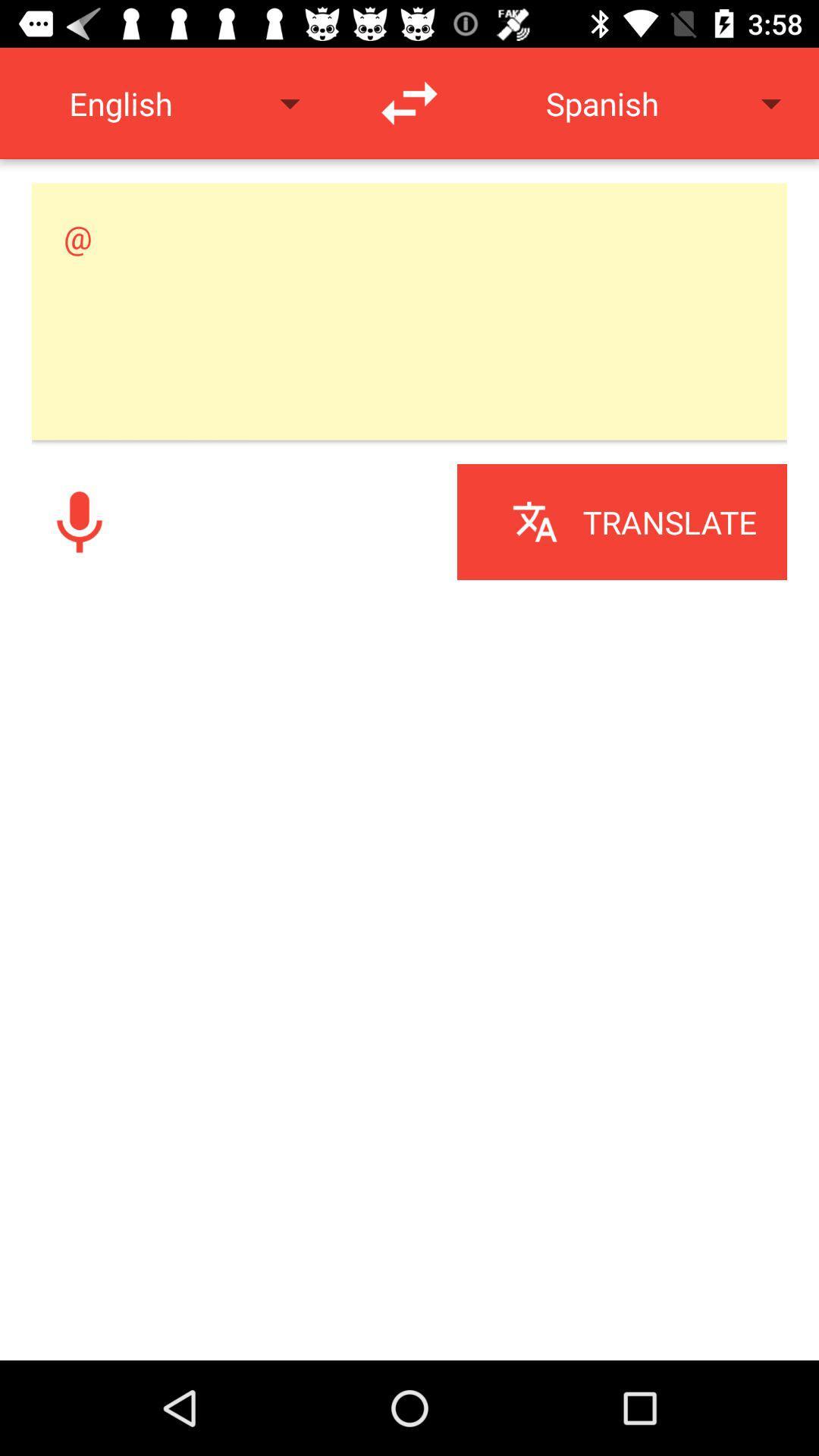 Image resolution: width=819 pixels, height=1456 pixels. I want to click on record audio, so click(79, 522).